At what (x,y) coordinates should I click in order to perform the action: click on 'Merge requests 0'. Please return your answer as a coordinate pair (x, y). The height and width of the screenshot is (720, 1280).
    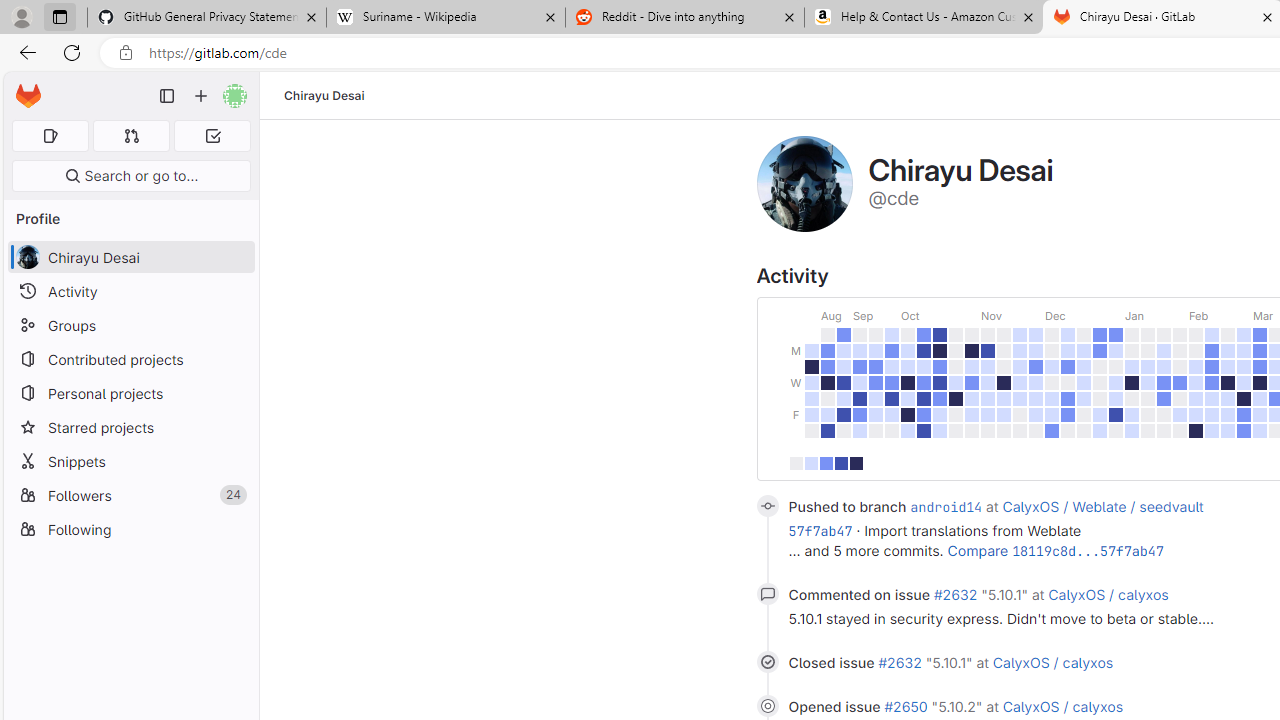
    Looking at the image, I should click on (130, 135).